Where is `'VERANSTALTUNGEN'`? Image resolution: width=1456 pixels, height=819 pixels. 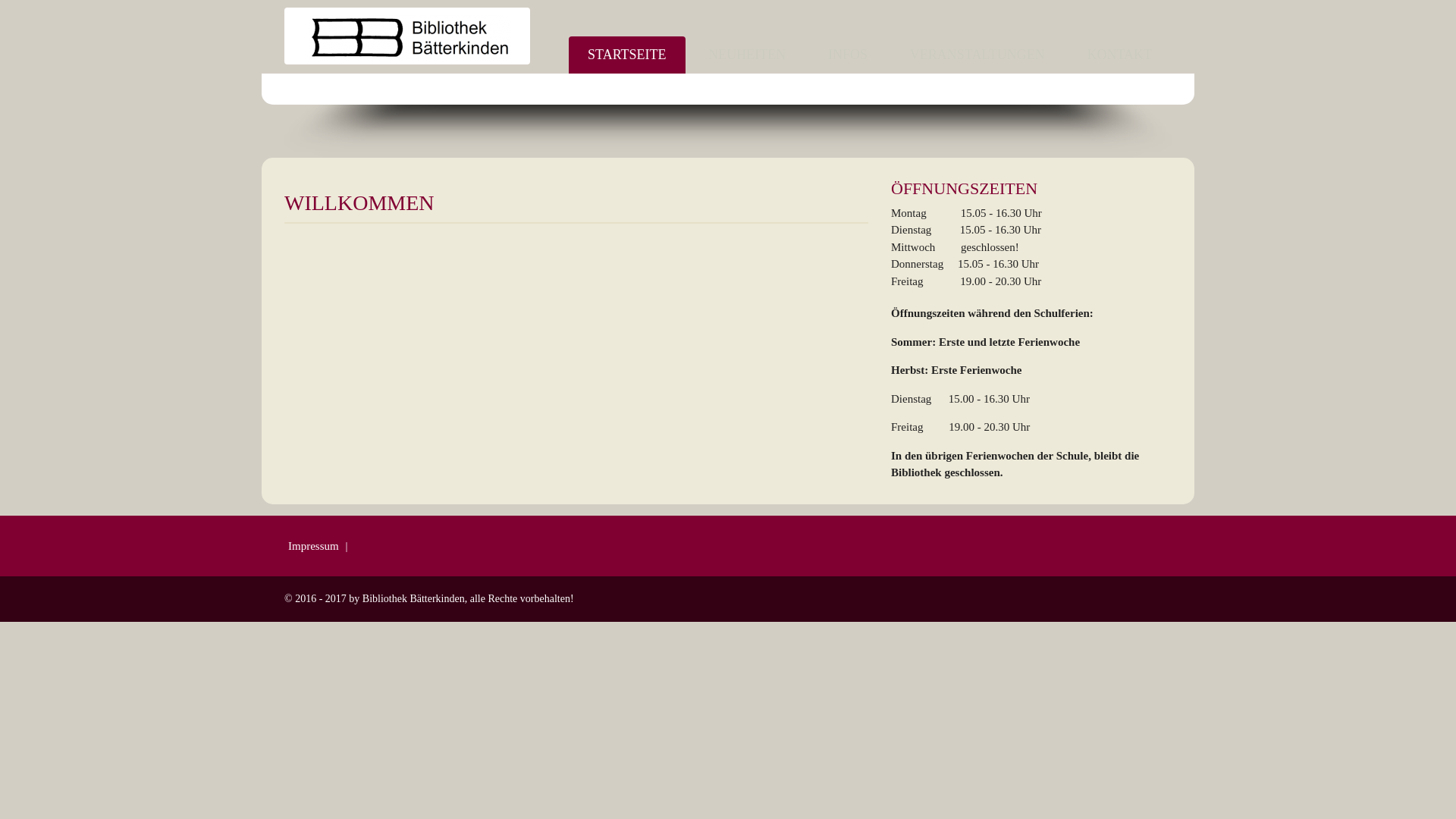 'VERANSTALTUNGEN' is located at coordinates (977, 54).